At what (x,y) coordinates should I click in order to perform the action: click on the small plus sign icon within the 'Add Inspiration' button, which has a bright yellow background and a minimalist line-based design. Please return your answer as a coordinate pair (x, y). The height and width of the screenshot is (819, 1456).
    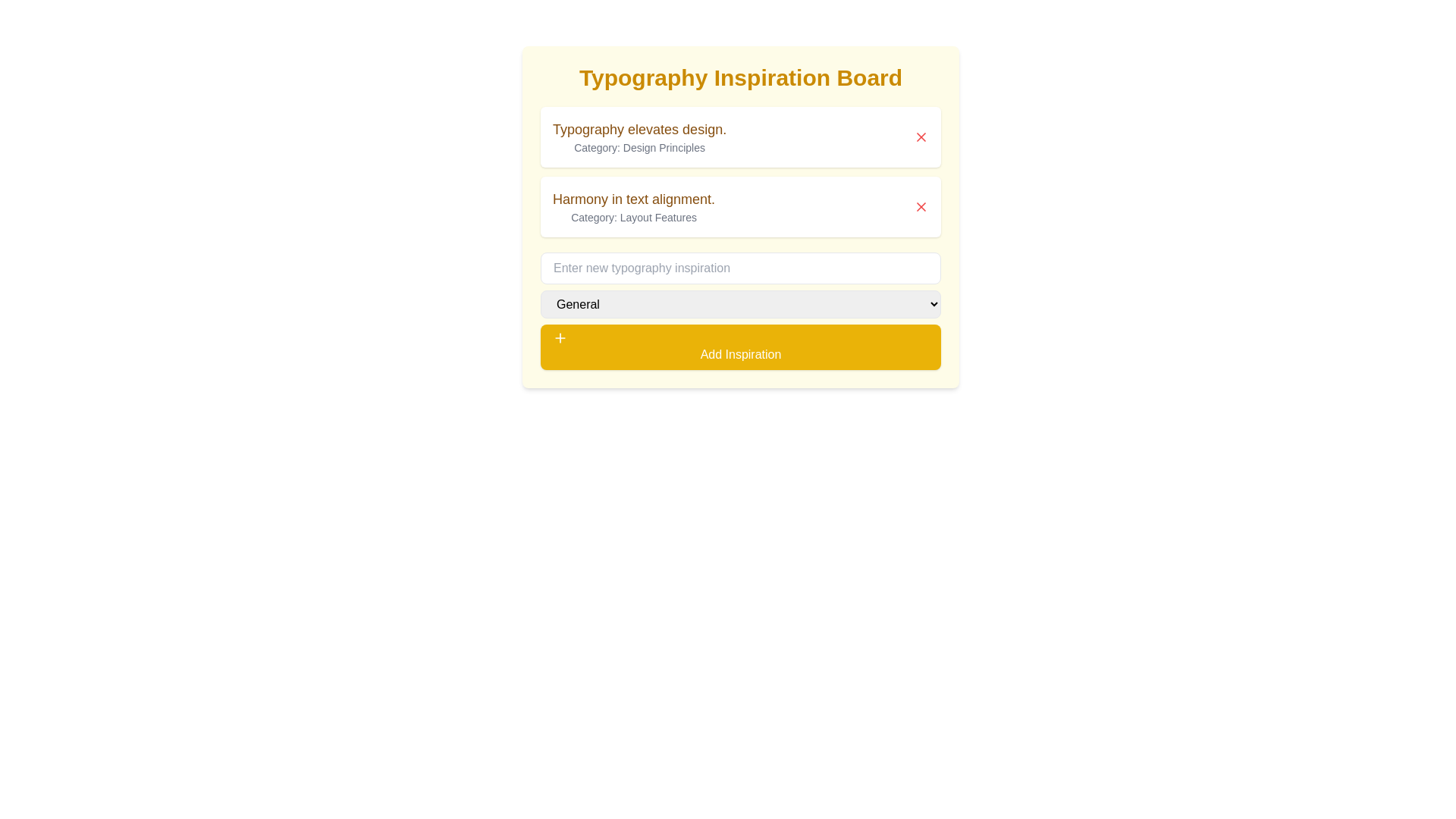
    Looking at the image, I should click on (560, 337).